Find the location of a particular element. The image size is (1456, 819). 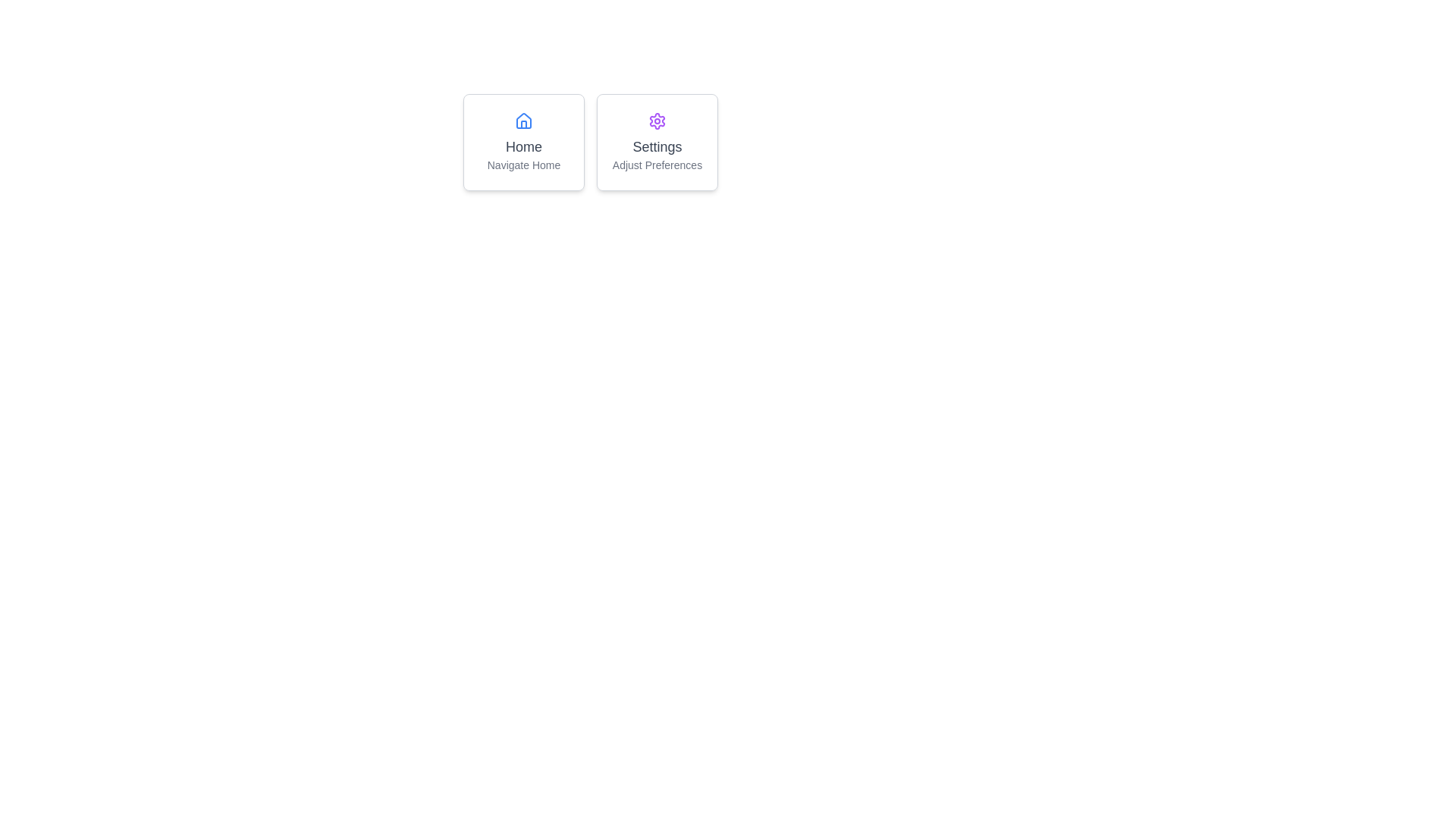

the purple gear icon within the 'Settings Adjust Preferences' card, located above the 'Settings' text is located at coordinates (657, 120).